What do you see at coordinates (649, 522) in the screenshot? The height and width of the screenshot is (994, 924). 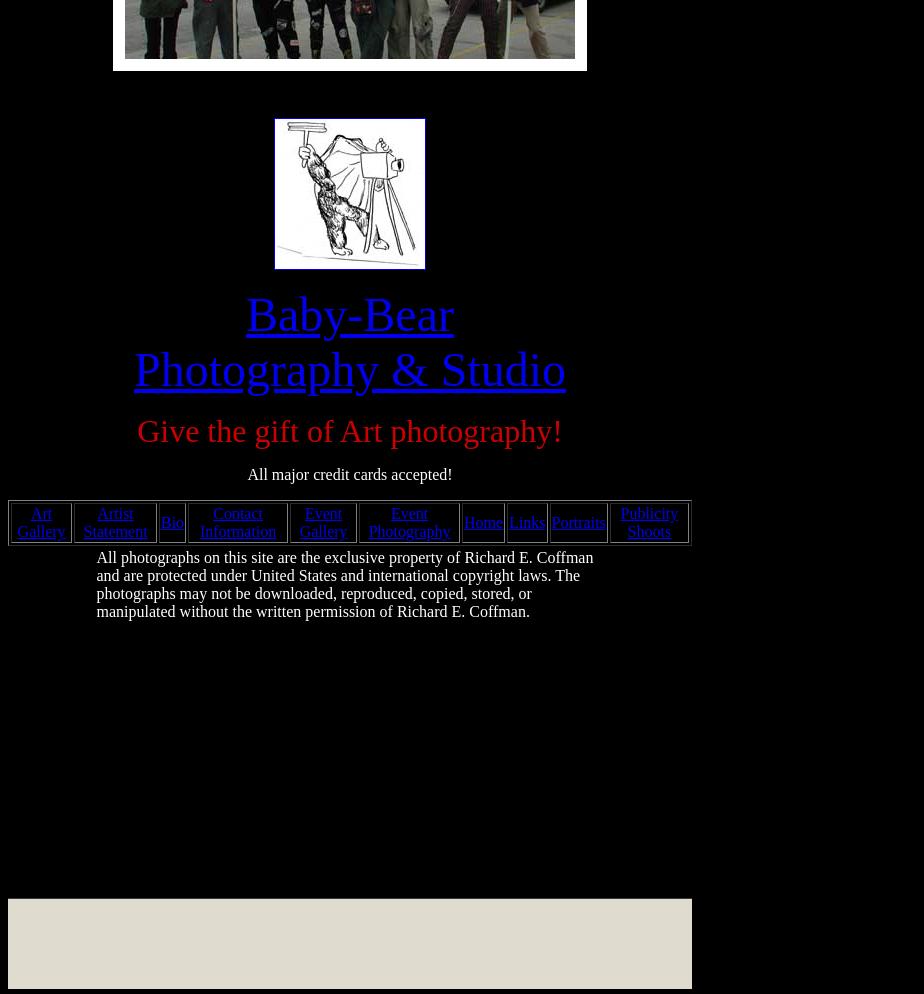 I see `'Publicity Shoots'` at bounding box center [649, 522].